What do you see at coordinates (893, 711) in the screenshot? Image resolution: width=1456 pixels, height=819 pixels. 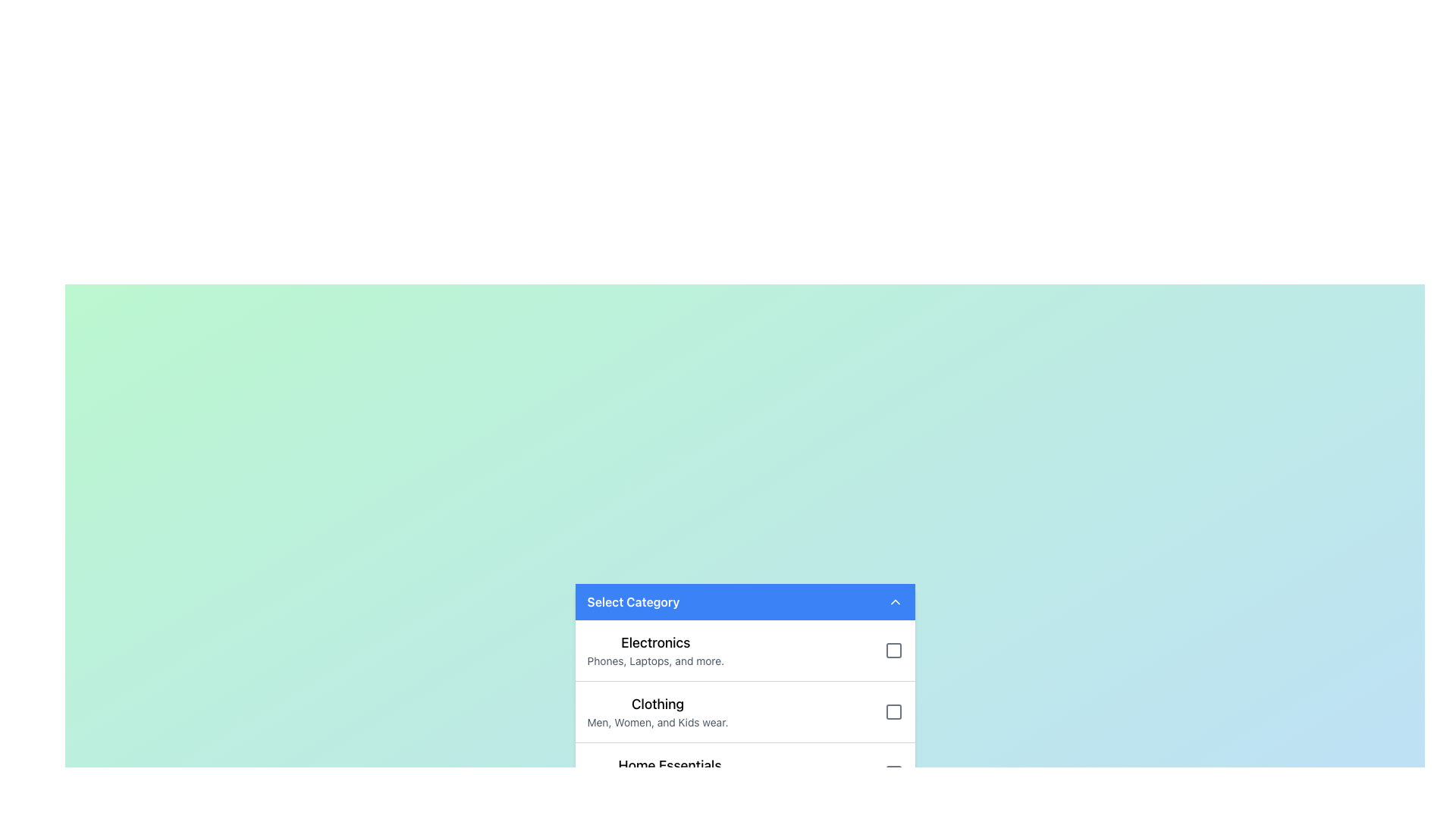 I see `the checkbox or icon located to the right of the text 'Clothing'` at bounding box center [893, 711].